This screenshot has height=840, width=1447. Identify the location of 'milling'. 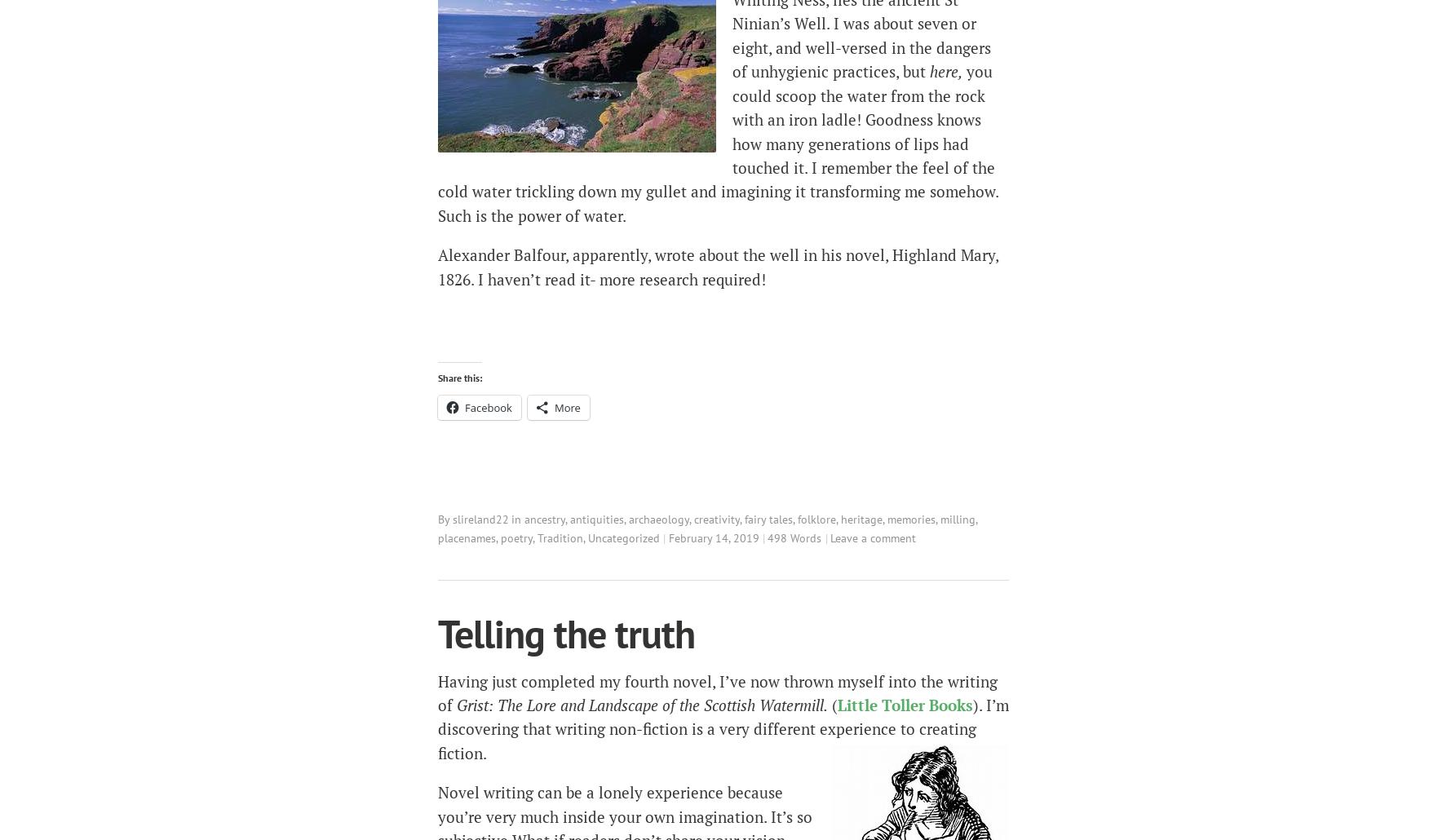
(958, 518).